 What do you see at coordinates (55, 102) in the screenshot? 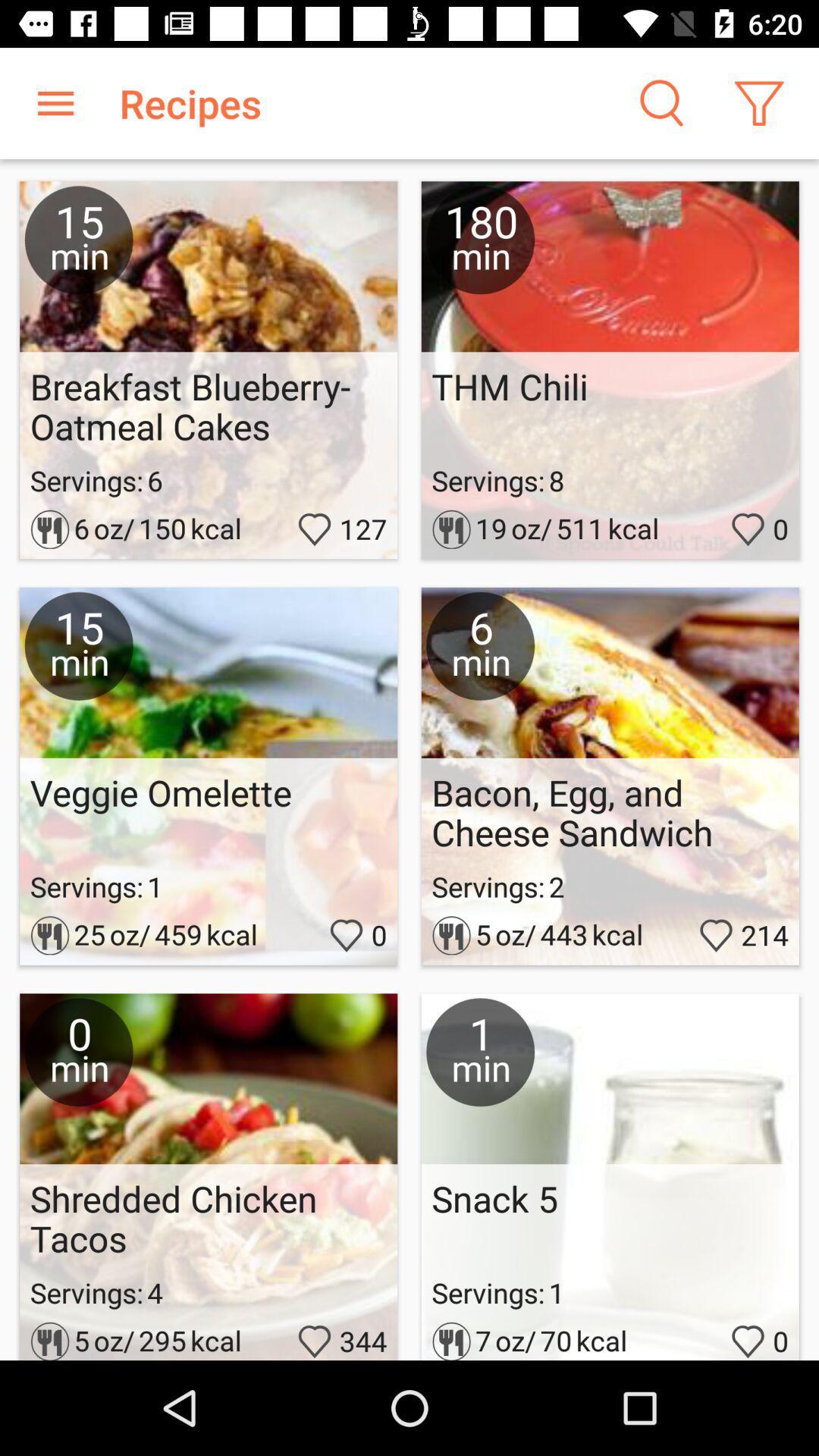
I see `item to the left of recipes icon` at bounding box center [55, 102].